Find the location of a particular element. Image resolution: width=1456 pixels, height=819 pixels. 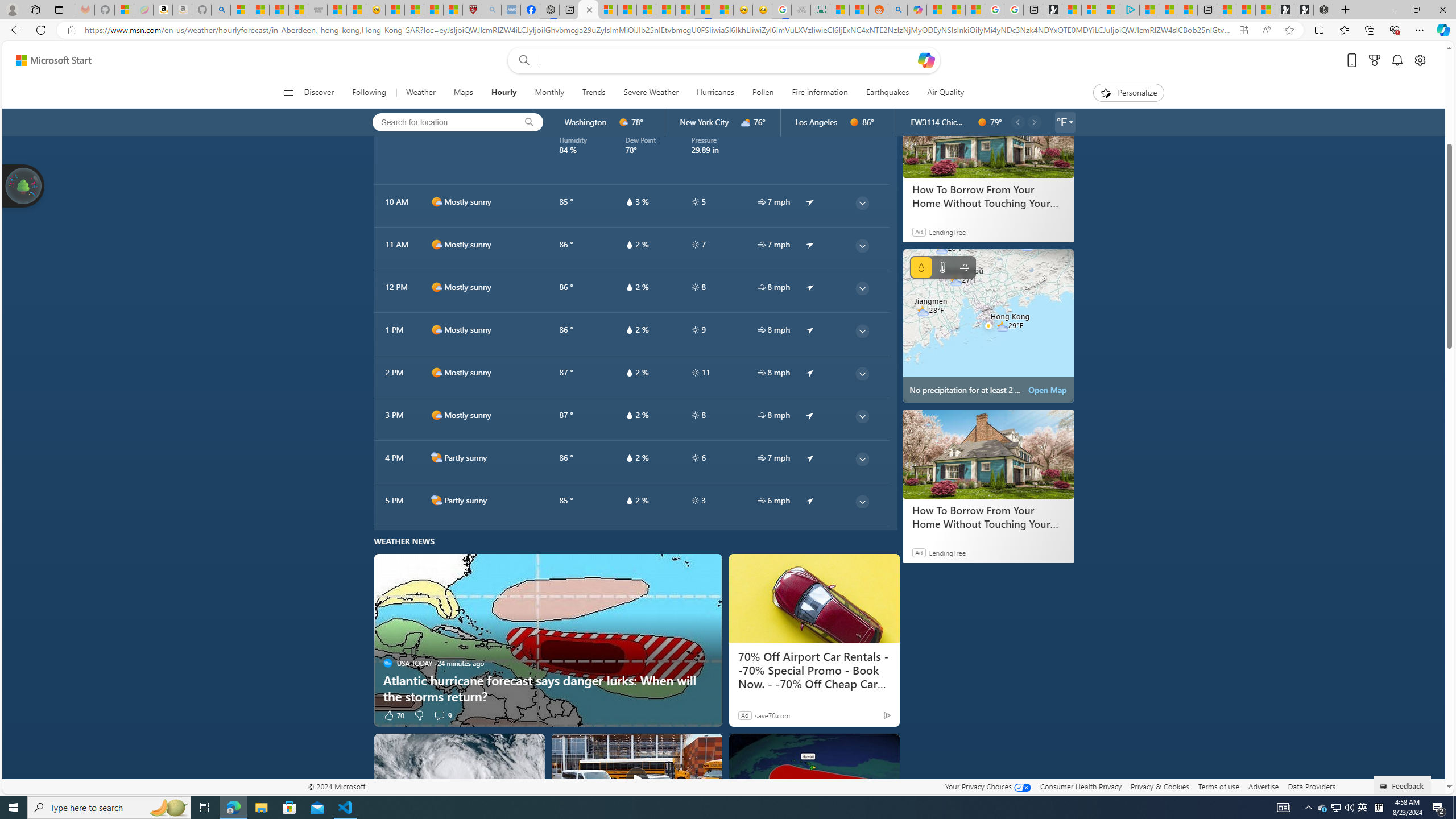

'Data Providers' is located at coordinates (1310, 786).